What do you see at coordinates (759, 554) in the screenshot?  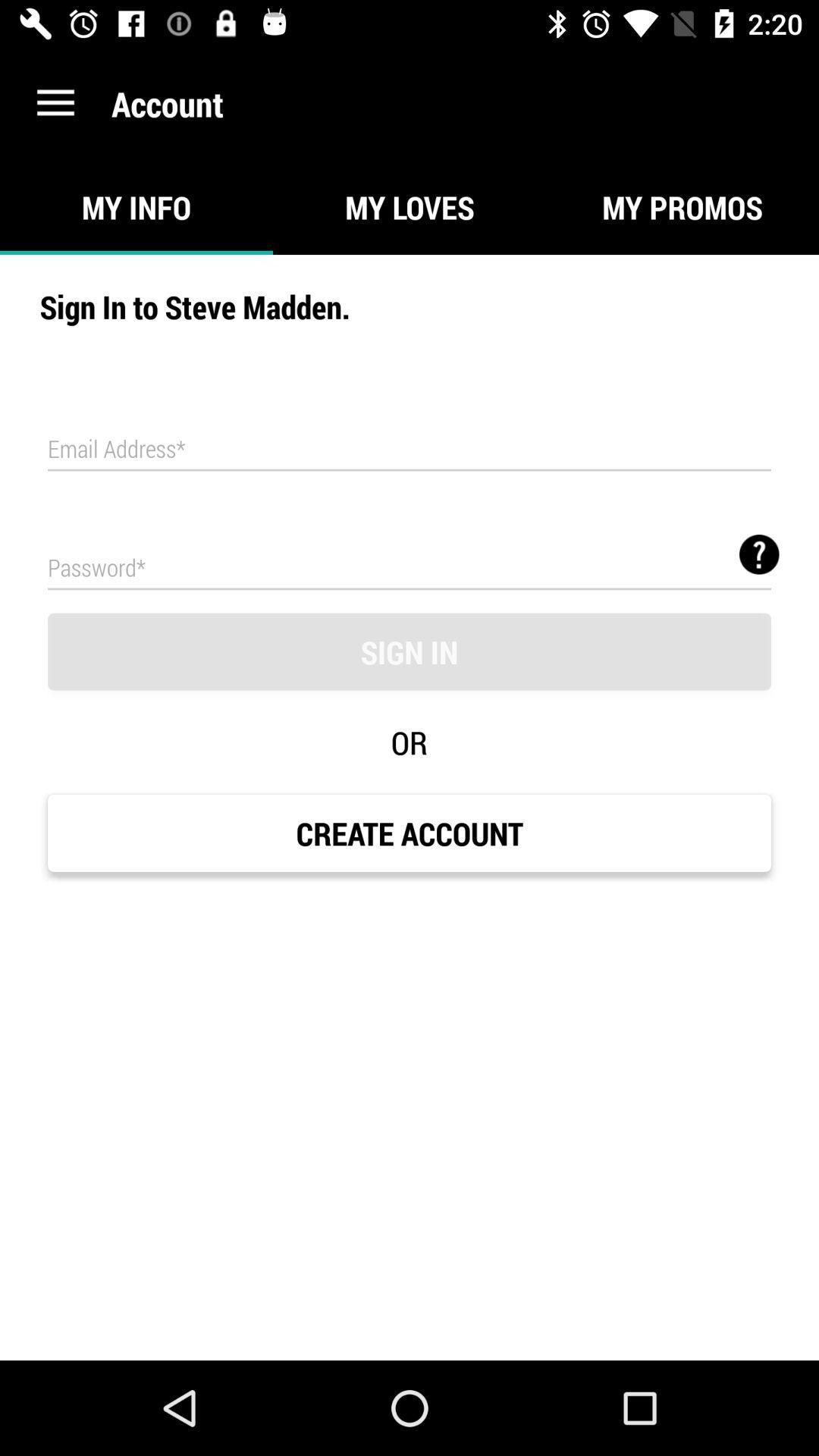 I see `the help icon` at bounding box center [759, 554].